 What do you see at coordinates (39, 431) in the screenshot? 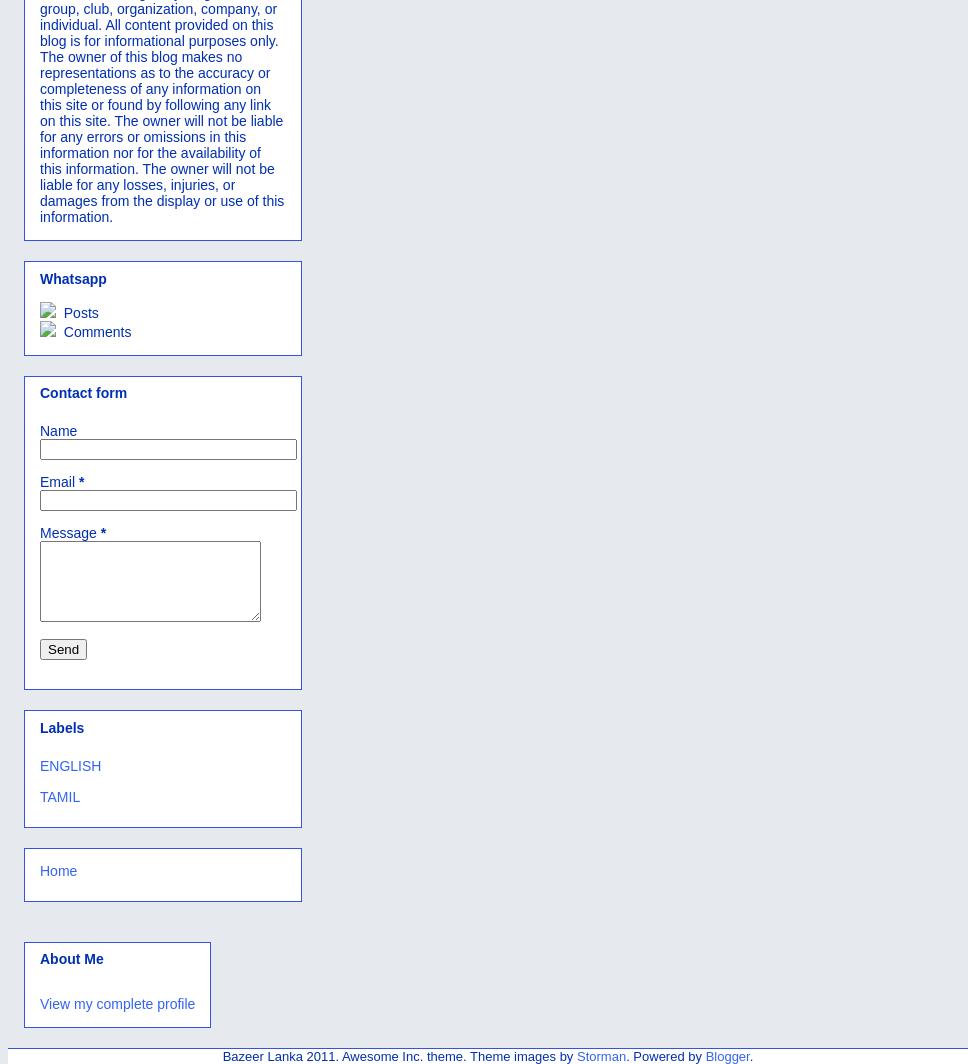
I see `'Name'` at bounding box center [39, 431].